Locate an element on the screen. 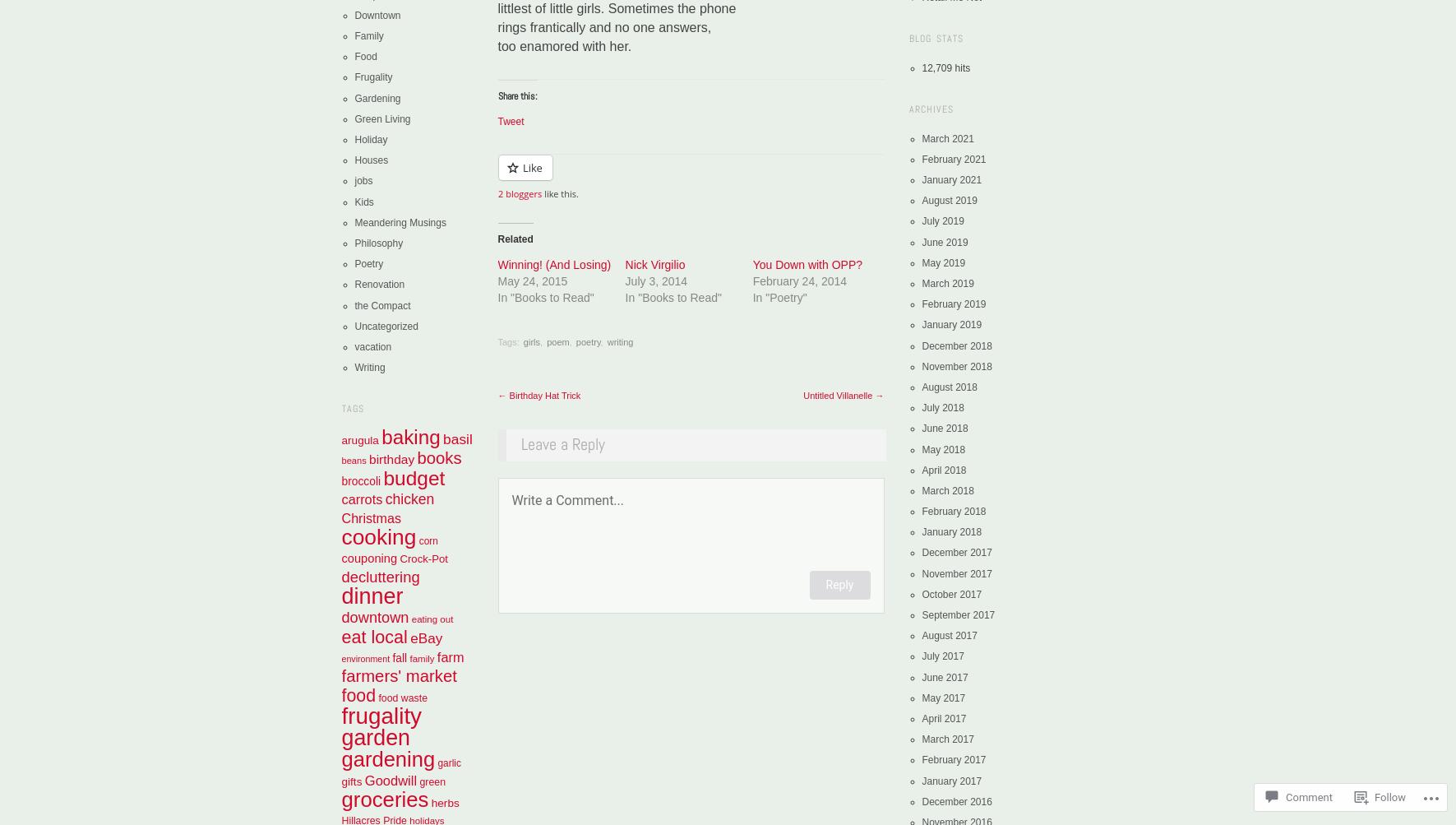 This screenshot has width=1456, height=825. 'Related' is located at coordinates (514, 239).